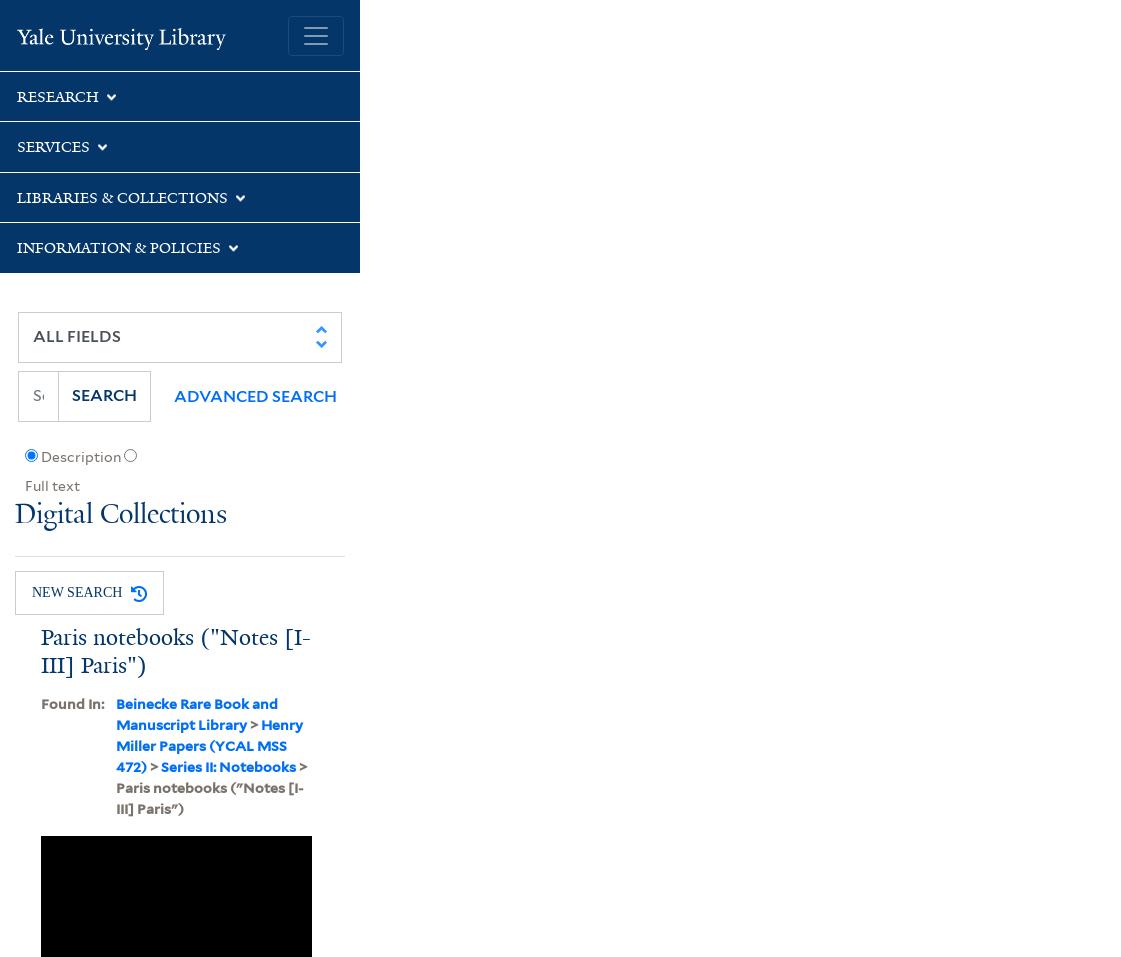  What do you see at coordinates (208, 745) in the screenshot?
I see `'Henry Miller Papers (YCAL MSS 472)'` at bounding box center [208, 745].